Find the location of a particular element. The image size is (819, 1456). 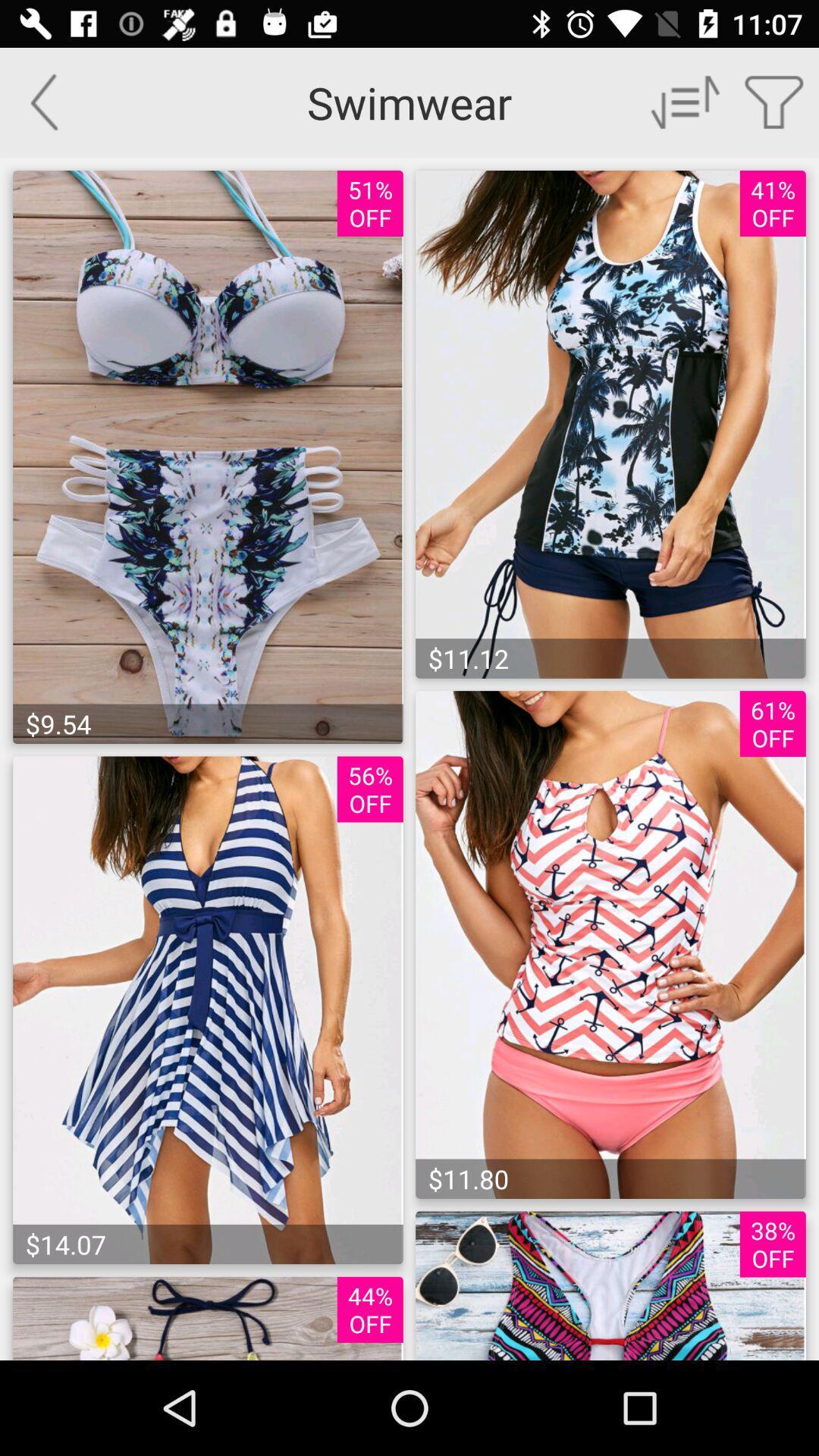

go back is located at coordinates (43, 101).